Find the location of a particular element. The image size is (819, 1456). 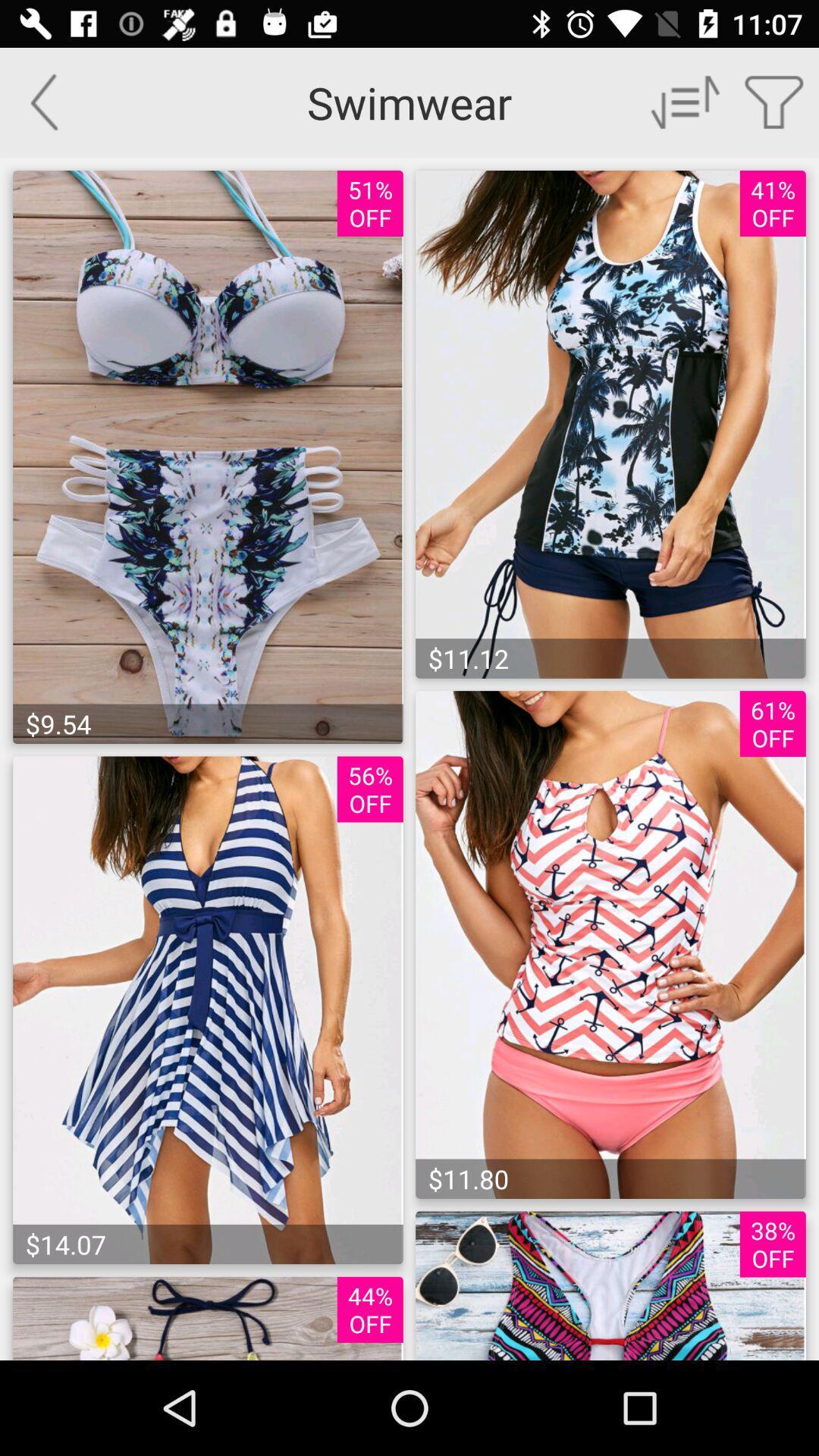

go back is located at coordinates (43, 101).